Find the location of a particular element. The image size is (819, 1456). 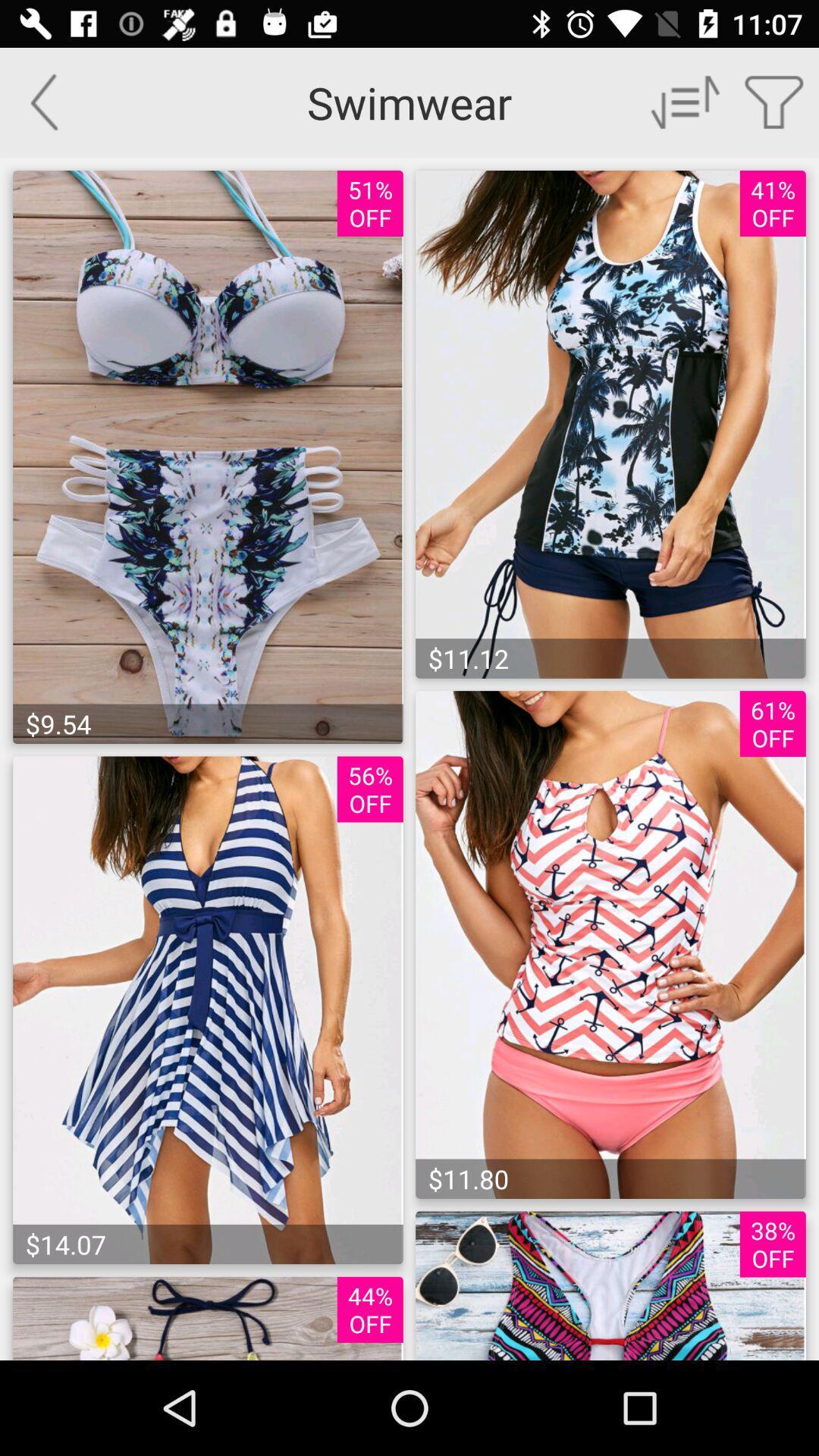

go back is located at coordinates (43, 101).